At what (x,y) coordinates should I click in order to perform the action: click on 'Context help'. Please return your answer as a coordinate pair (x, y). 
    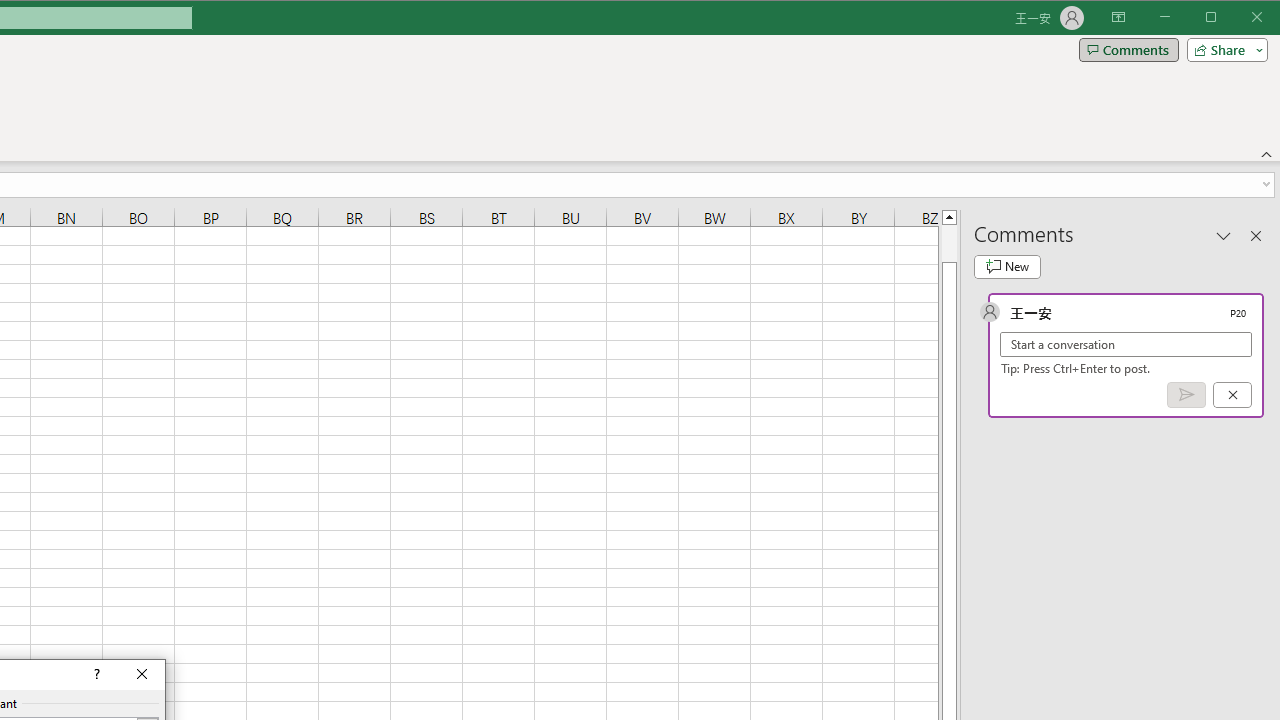
    Looking at the image, I should click on (94, 675).